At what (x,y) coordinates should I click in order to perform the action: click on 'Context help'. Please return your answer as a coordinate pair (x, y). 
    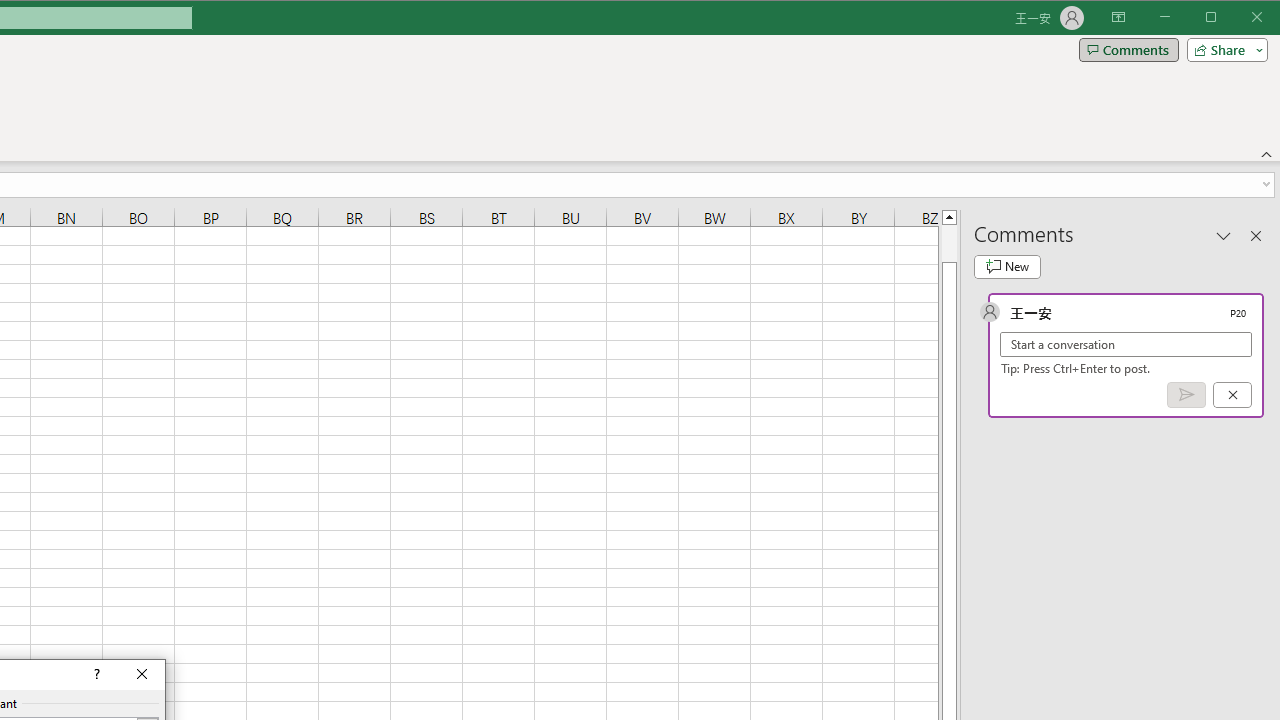
    Looking at the image, I should click on (94, 675).